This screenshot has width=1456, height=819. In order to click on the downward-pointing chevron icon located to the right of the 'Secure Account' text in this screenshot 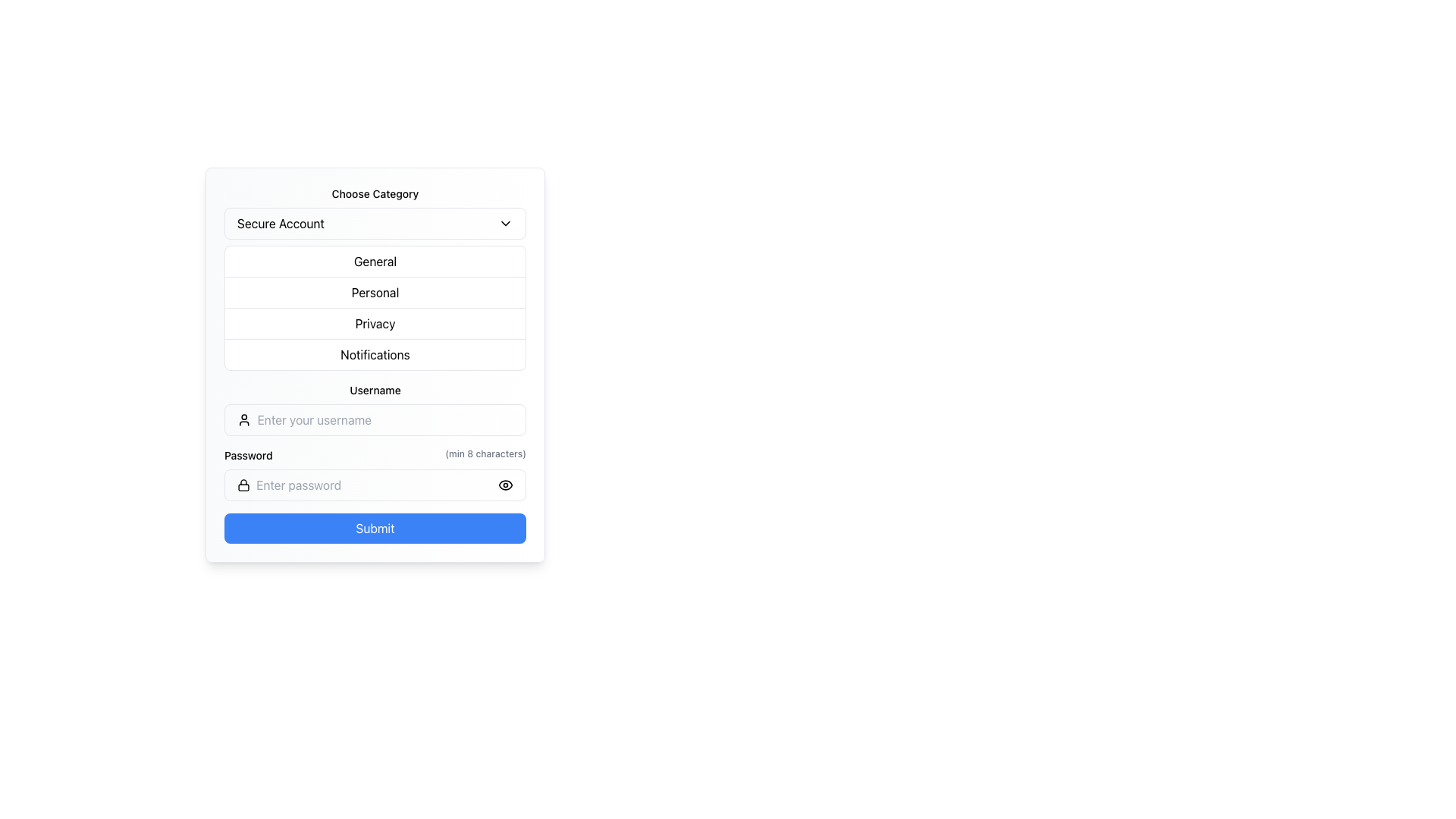, I will do `click(506, 223)`.